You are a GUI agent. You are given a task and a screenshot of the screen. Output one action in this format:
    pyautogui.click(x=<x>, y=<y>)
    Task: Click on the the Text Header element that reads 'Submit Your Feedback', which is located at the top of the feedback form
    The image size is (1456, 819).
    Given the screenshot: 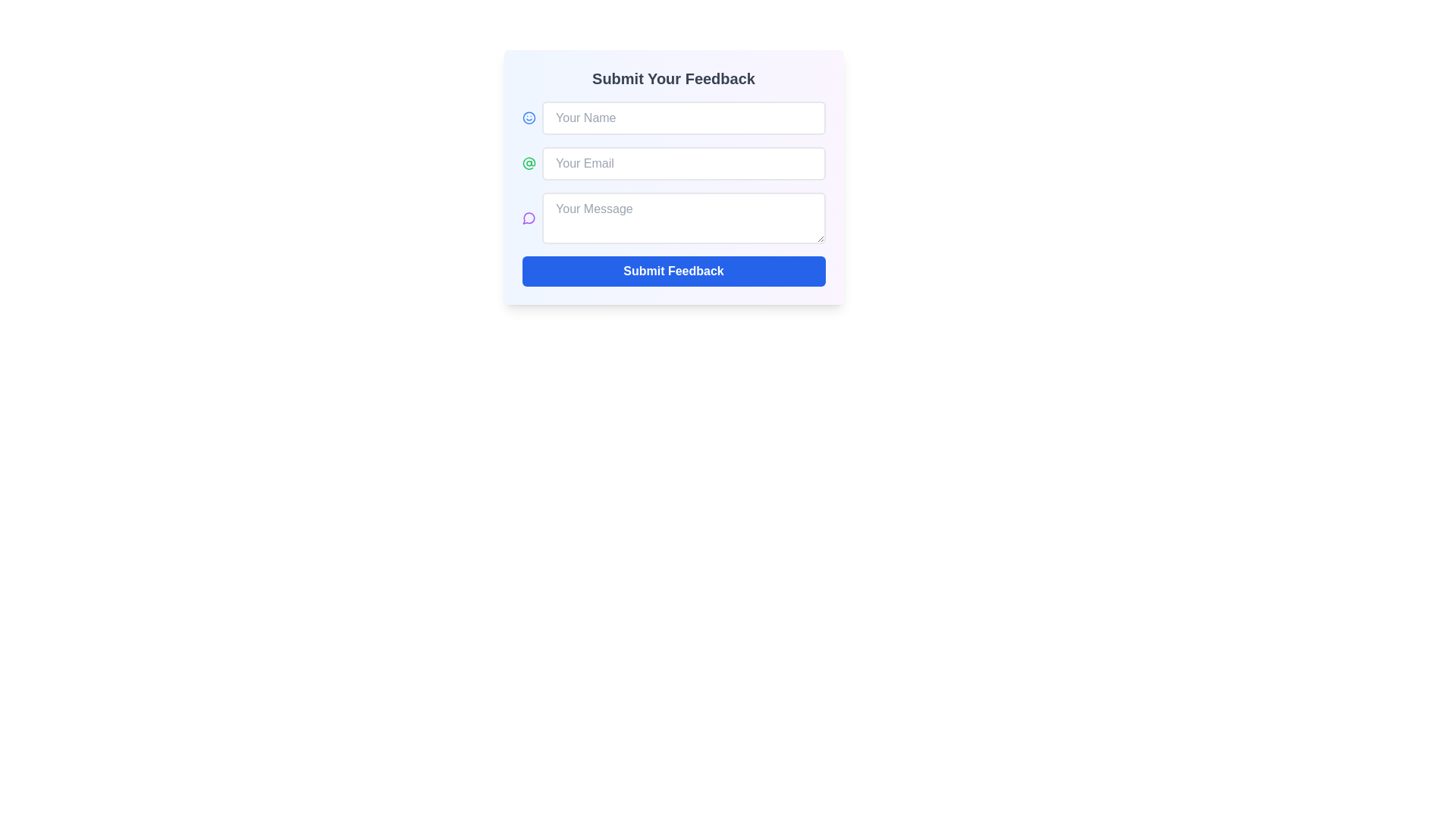 What is the action you would take?
    pyautogui.click(x=673, y=79)
    